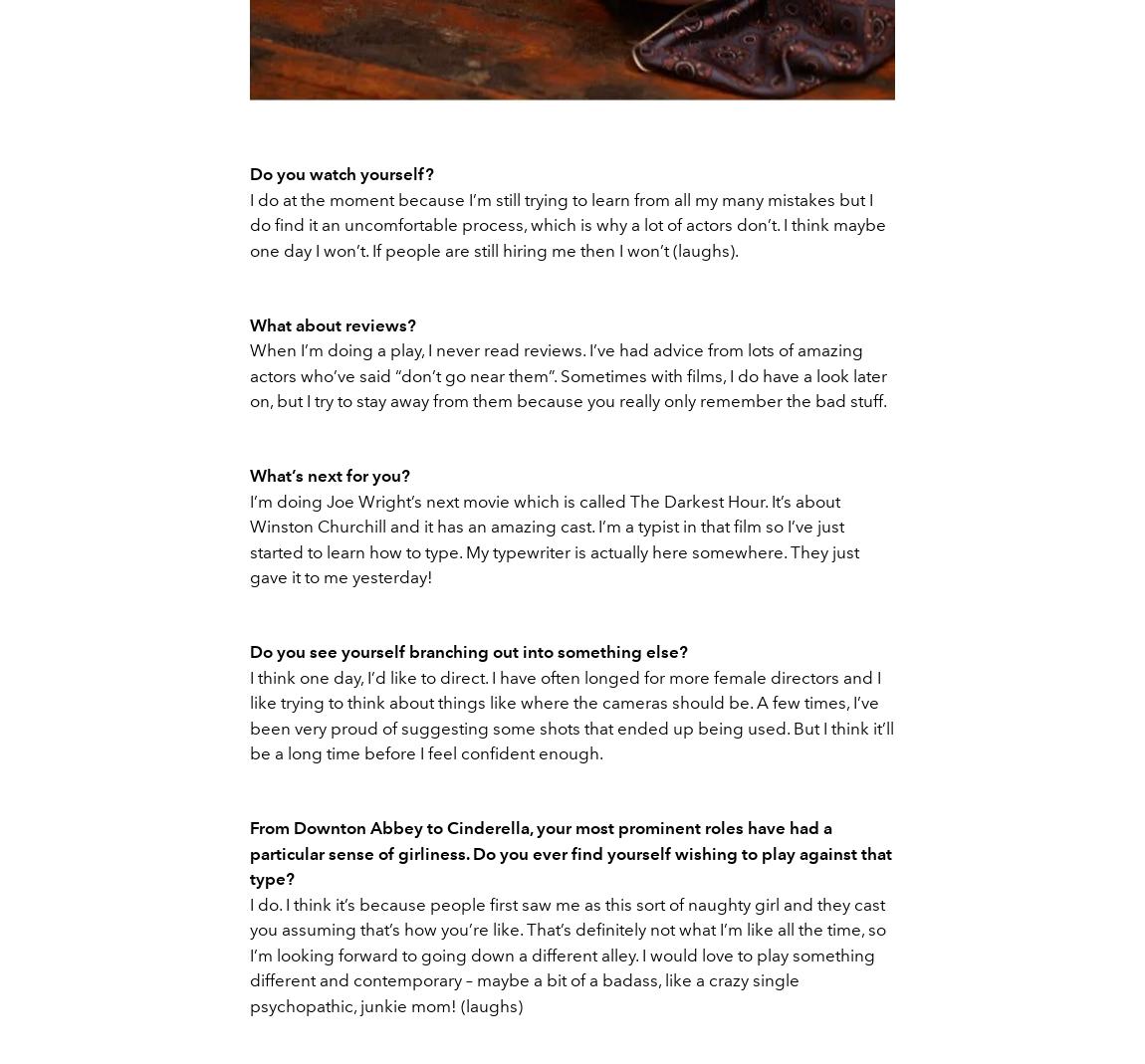 This screenshot has width=1145, height=1064. I want to click on 'What about reviews?', so click(333, 324).